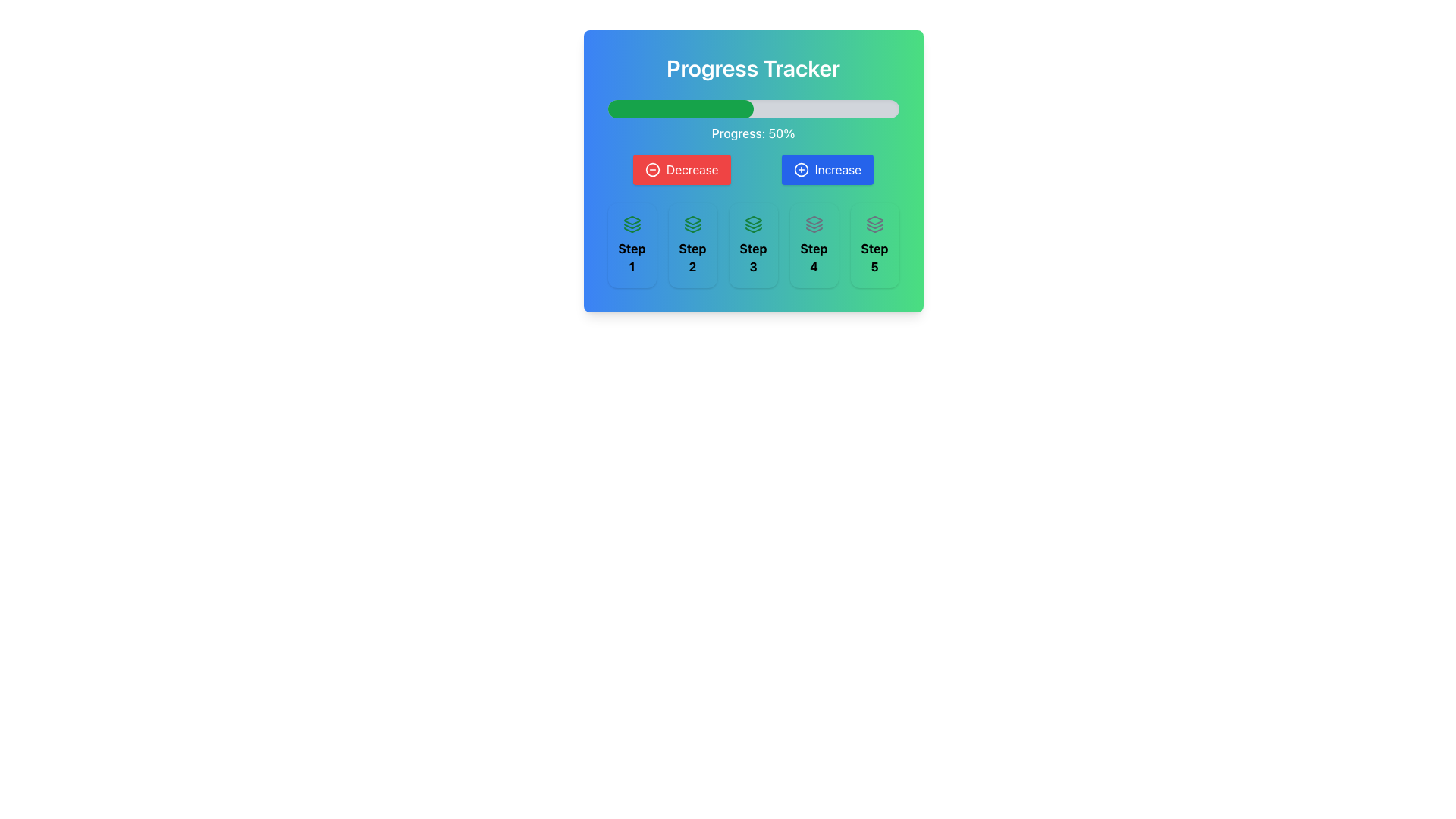 The width and height of the screenshot is (1456, 819). What do you see at coordinates (632, 245) in the screenshot?
I see `the first step in the five-step progress tracker, which is represented by the Informational Display located below the progress bar` at bounding box center [632, 245].